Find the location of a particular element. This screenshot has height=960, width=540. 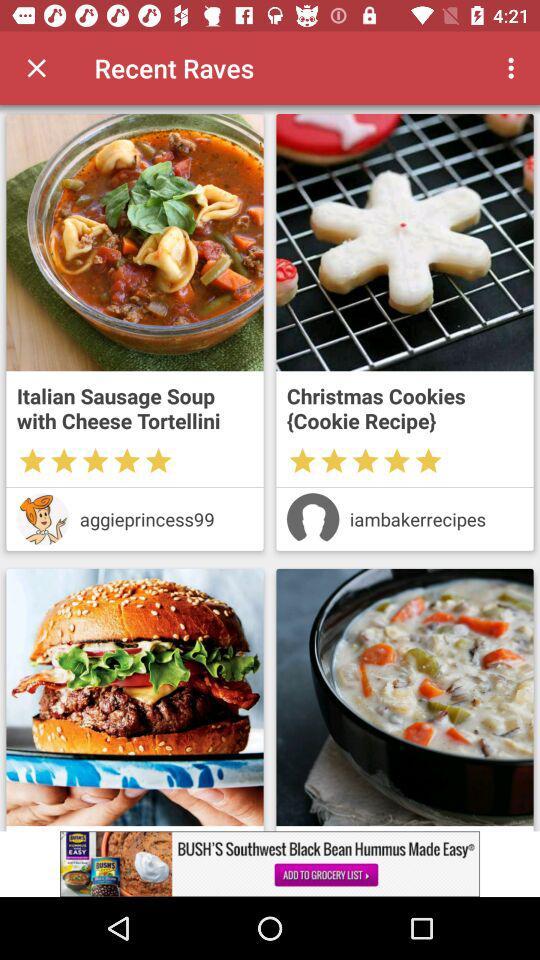

open profile is located at coordinates (43, 518).